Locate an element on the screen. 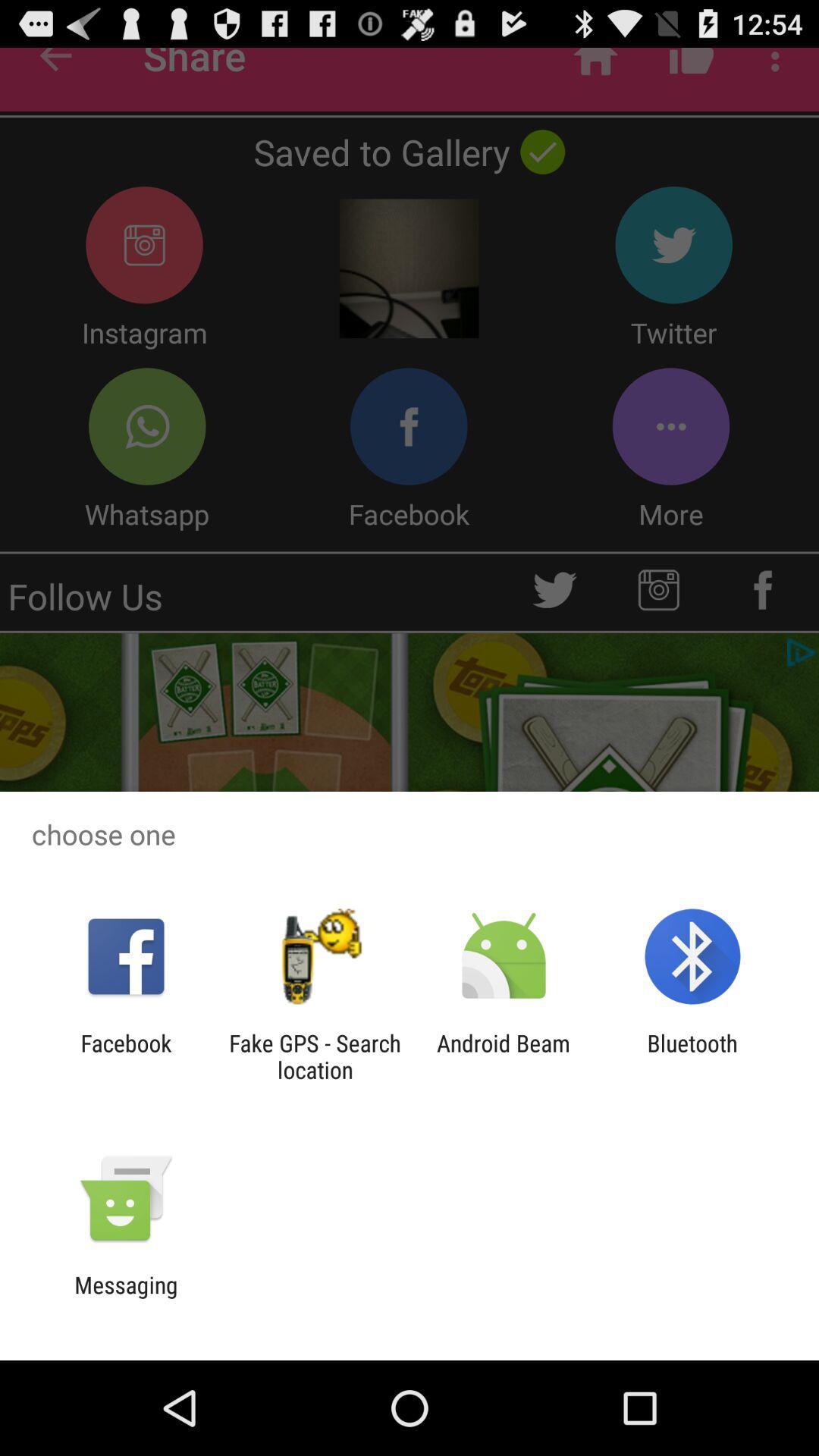  app next to android beam icon is located at coordinates (314, 1056).